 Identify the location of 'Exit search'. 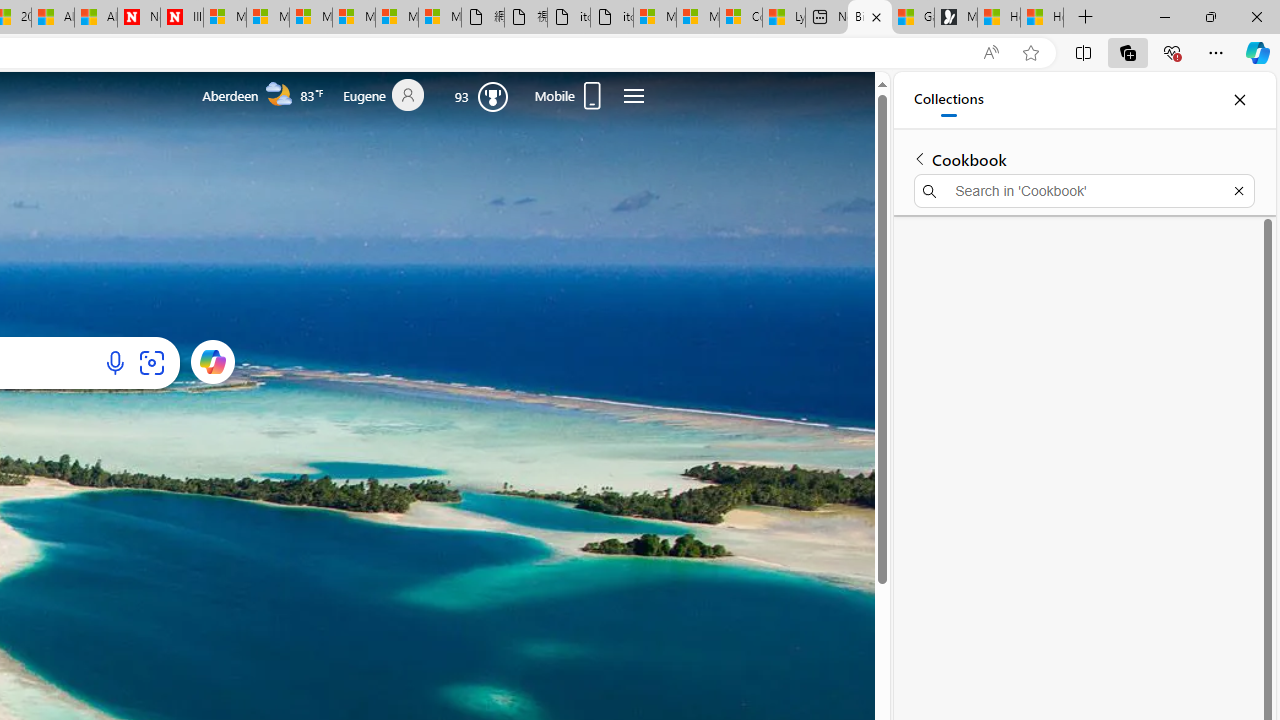
(1238, 191).